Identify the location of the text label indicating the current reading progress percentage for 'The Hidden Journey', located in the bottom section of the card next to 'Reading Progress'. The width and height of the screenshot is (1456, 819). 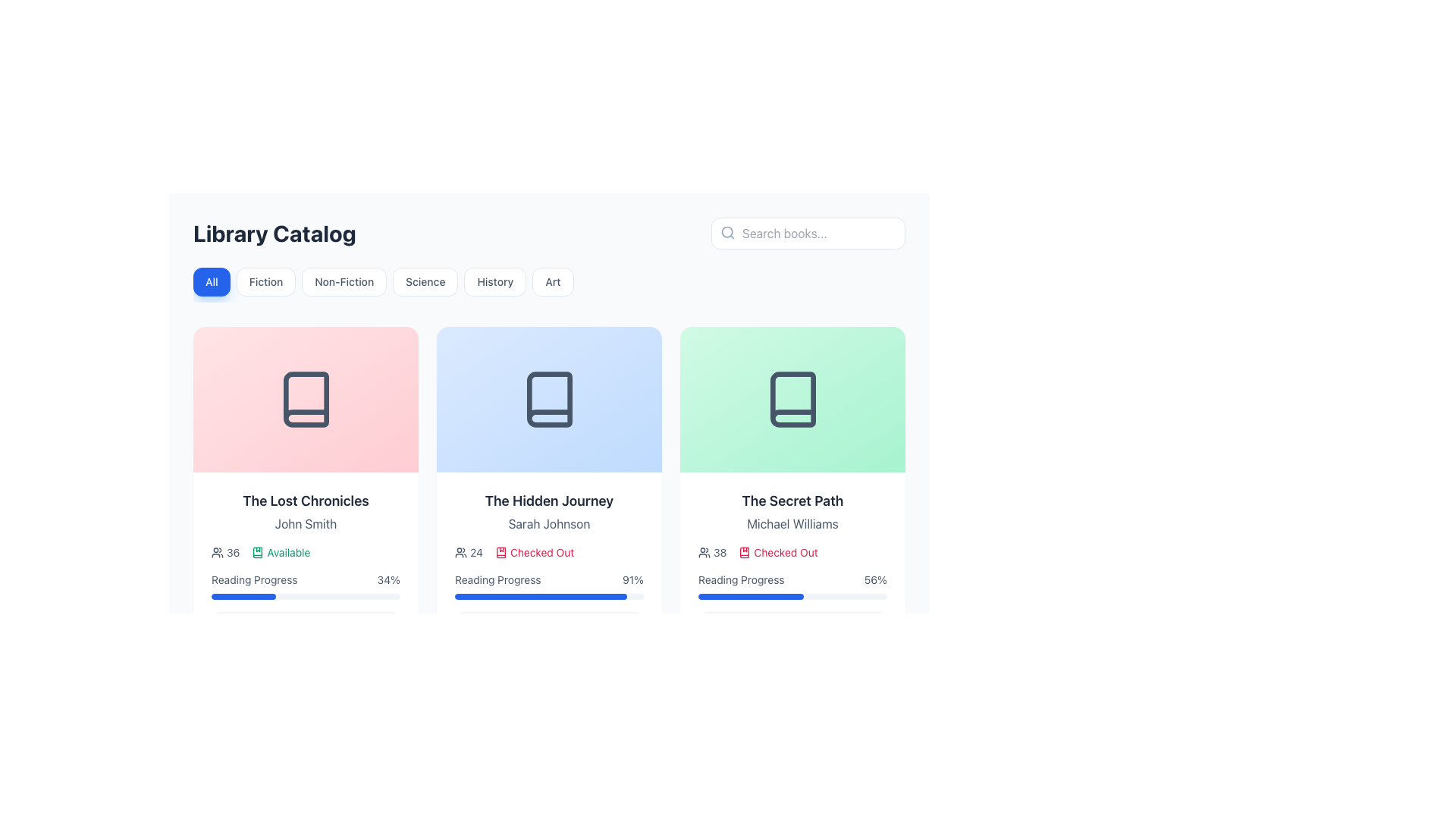
(633, 579).